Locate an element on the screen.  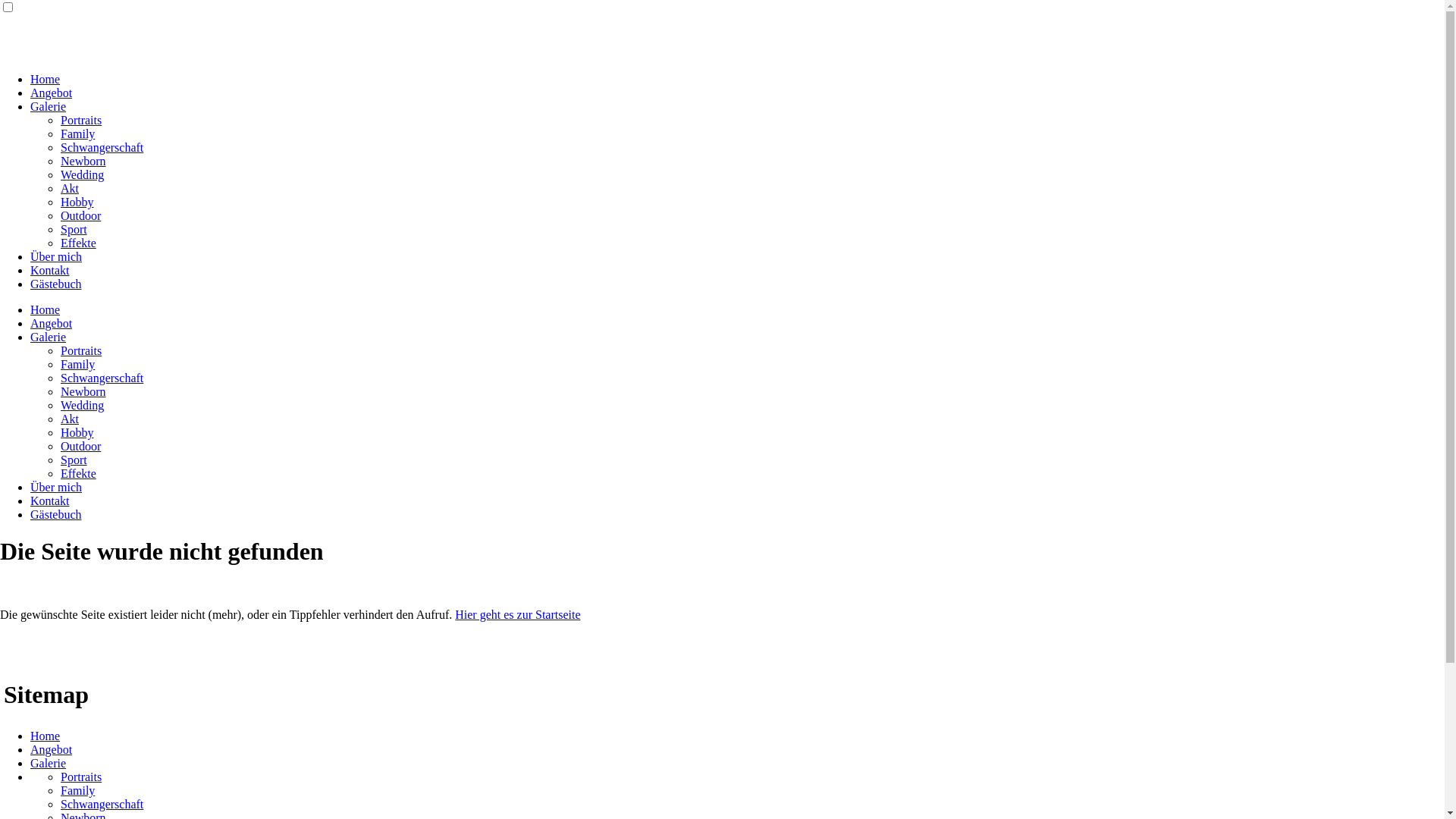
'Effekte' is located at coordinates (77, 472).